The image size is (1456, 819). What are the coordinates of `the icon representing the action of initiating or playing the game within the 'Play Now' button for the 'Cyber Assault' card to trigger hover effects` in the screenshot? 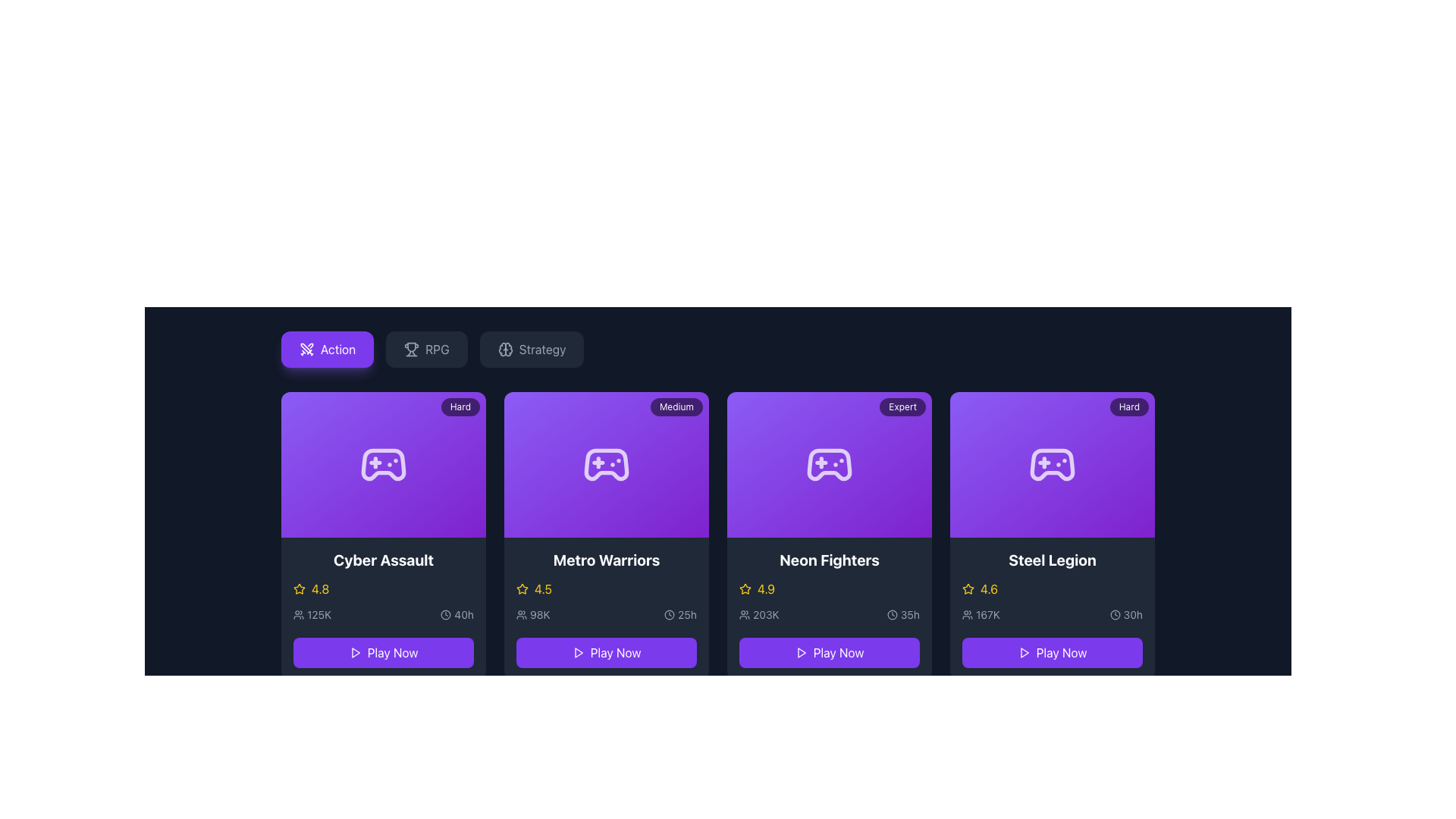 It's located at (354, 651).